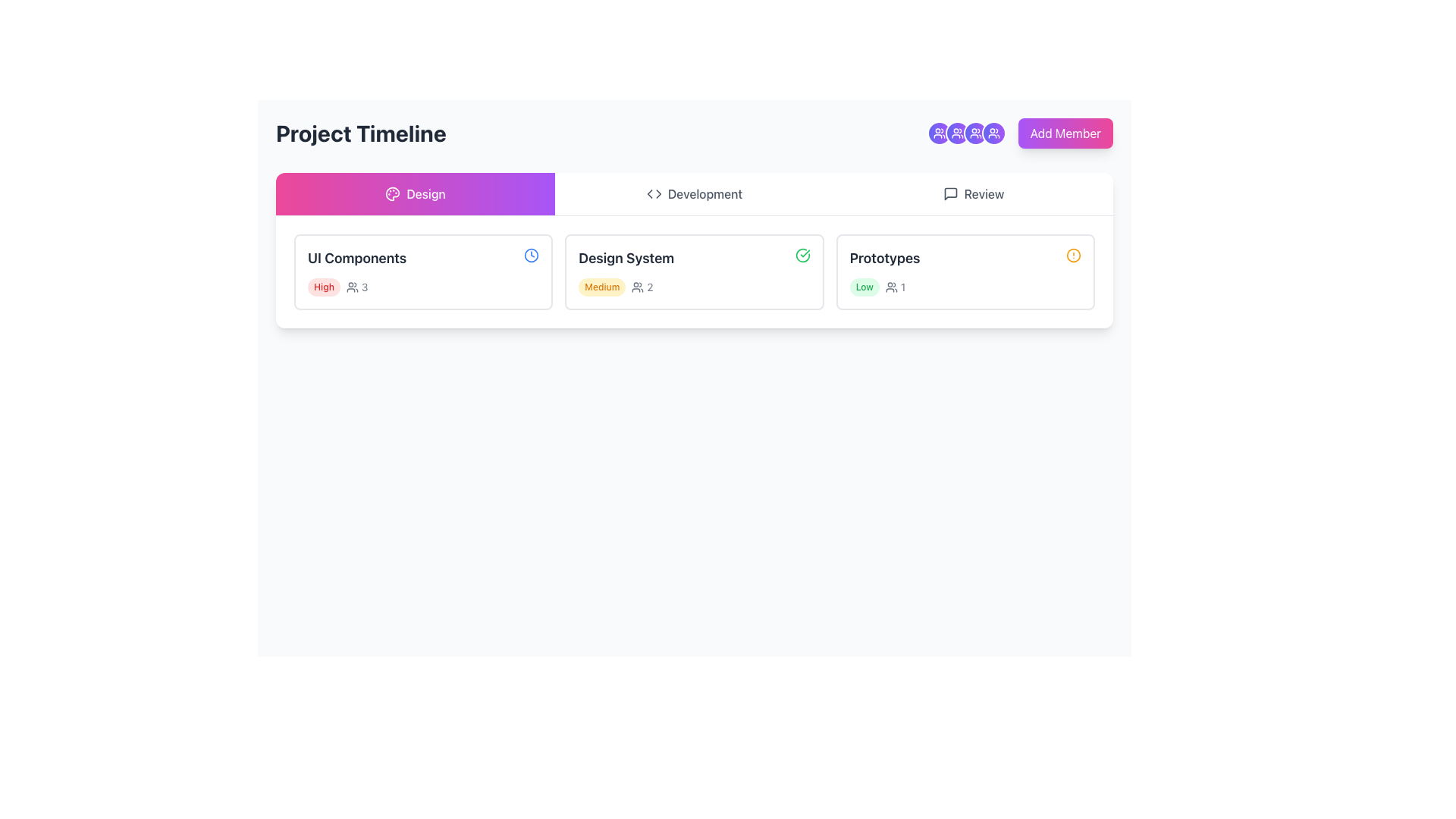  Describe the element at coordinates (323, 287) in the screenshot. I see `the 'High' priority indicator label located in the leftmost card under the 'Design' section in the 'Project Timeline' view` at that location.